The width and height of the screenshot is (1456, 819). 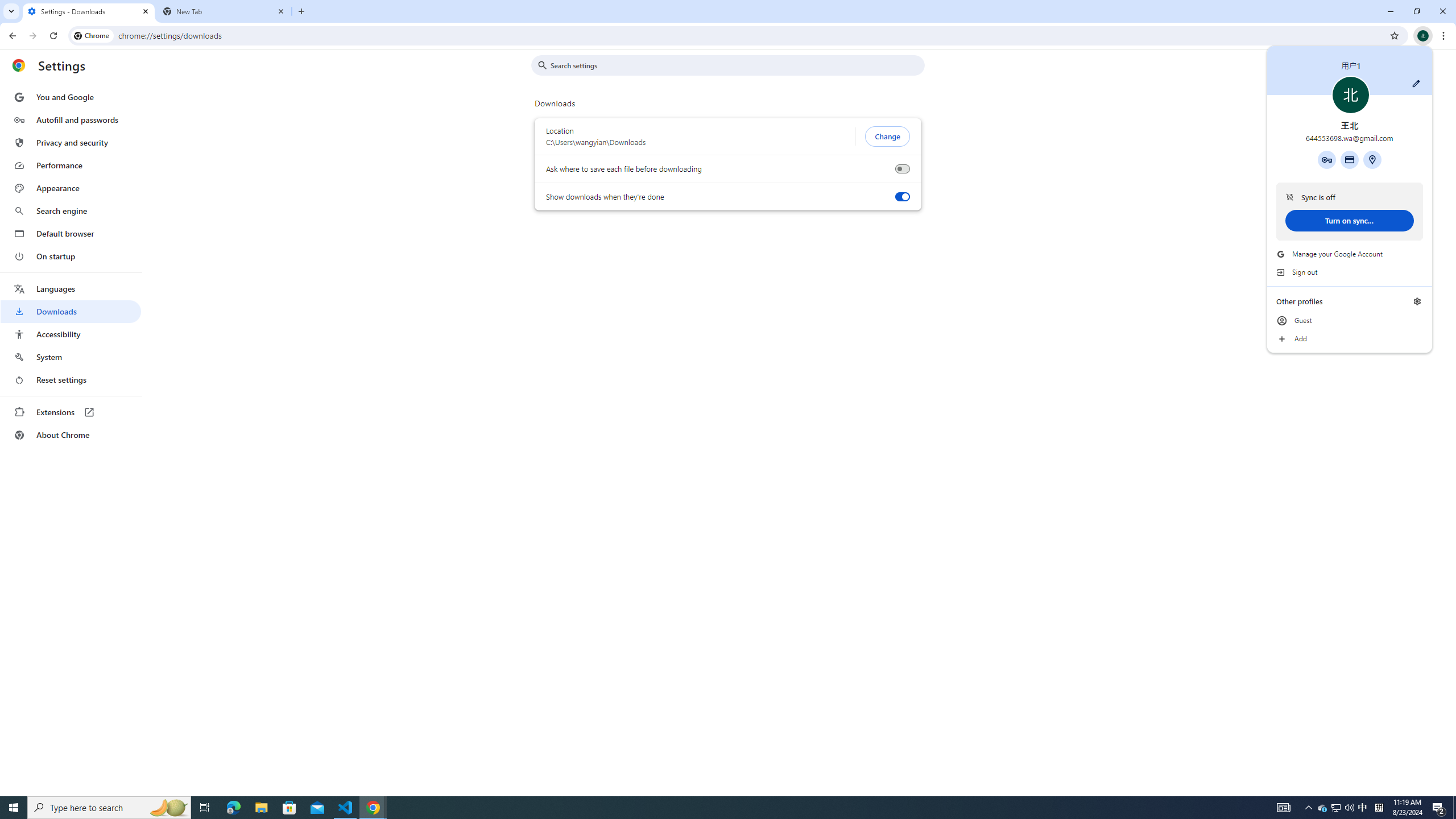 I want to click on 'Visual Studio Code - 1 running window', so click(x=345, y=806).